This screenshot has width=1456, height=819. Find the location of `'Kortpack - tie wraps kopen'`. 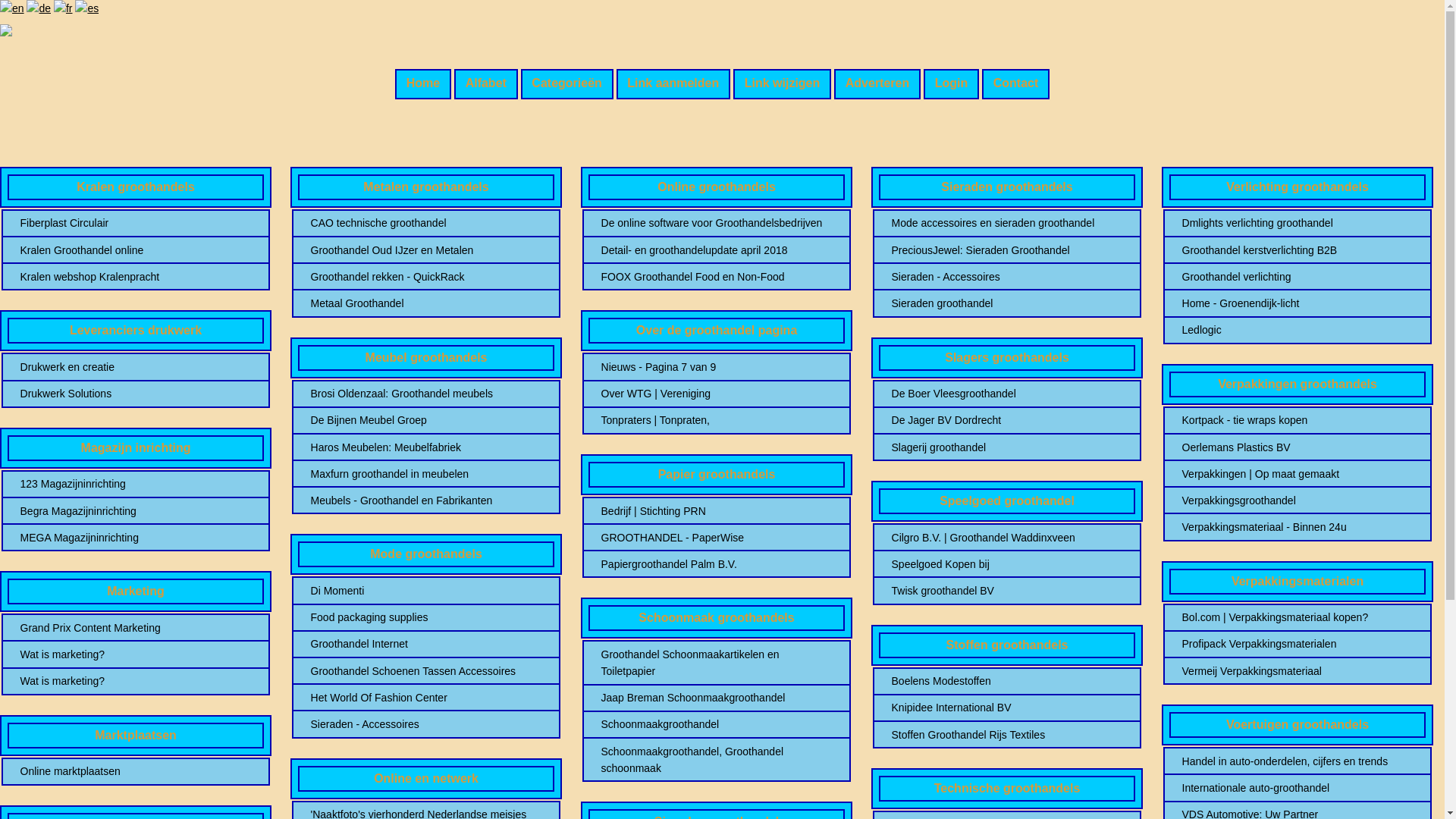

'Kortpack - tie wraps kopen' is located at coordinates (1181, 420).